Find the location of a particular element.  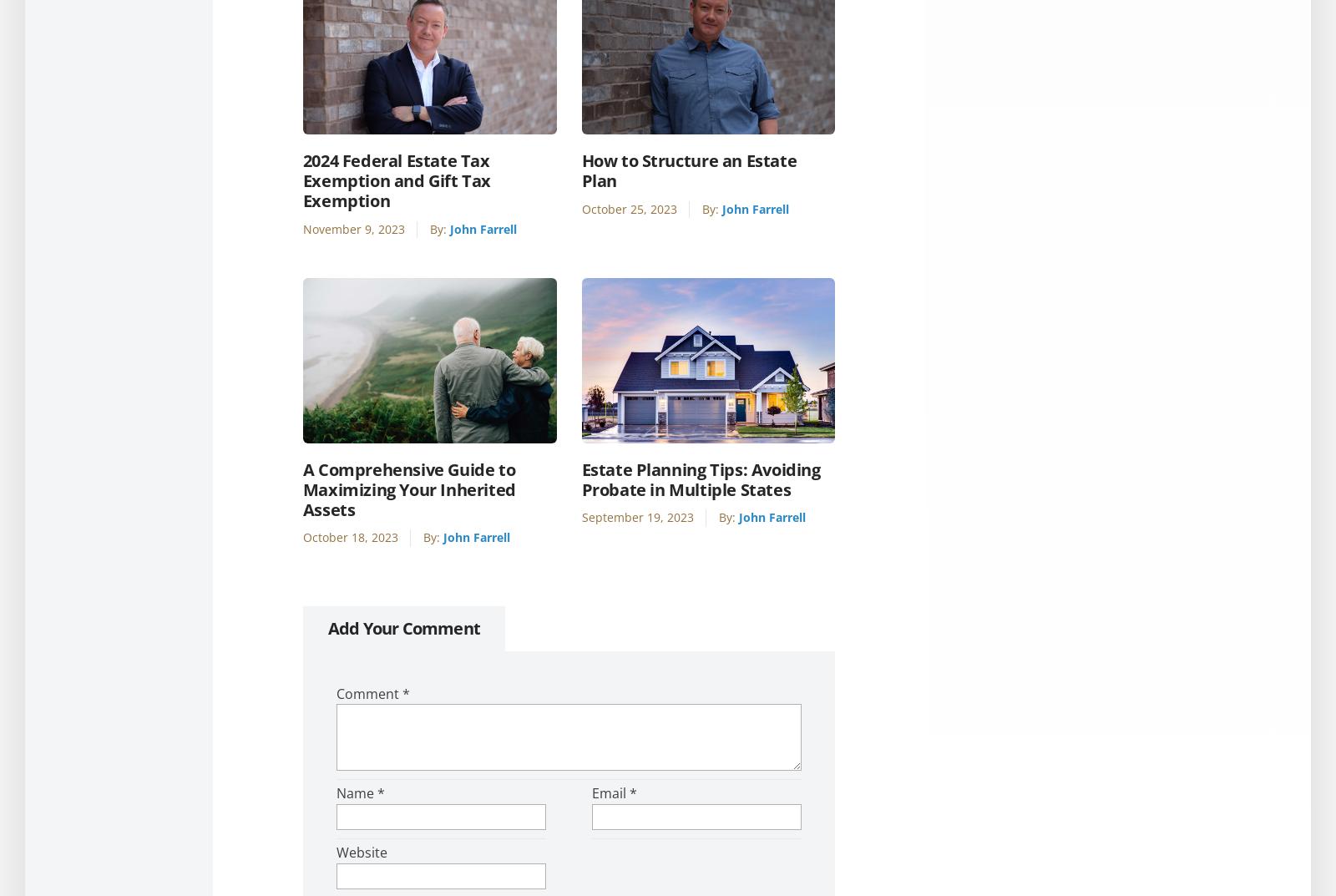

'Name' is located at coordinates (355, 793).